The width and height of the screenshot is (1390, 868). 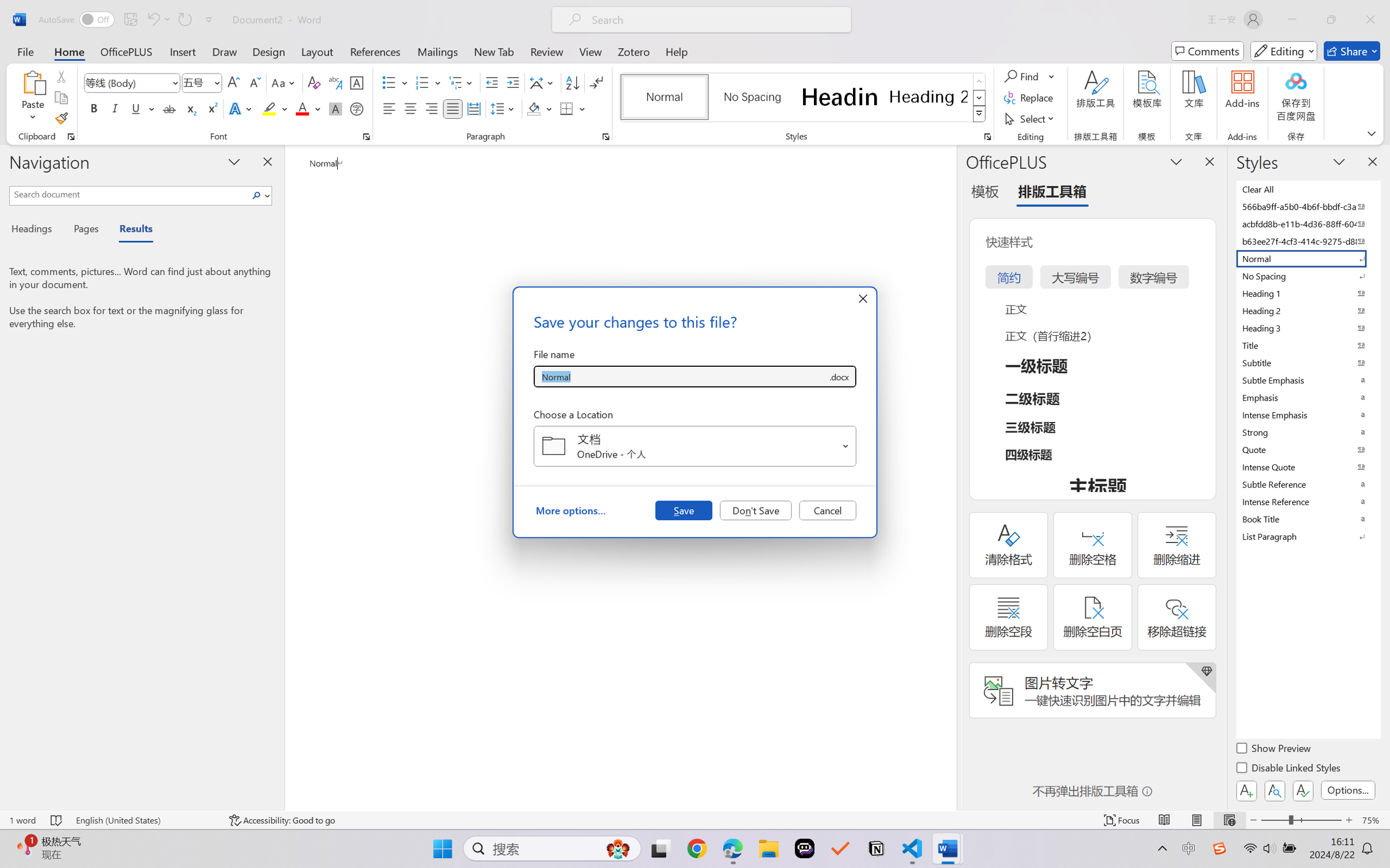 What do you see at coordinates (1346, 789) in the screenshot?
I see `'Options...'` at bounding box center [1346, 789].